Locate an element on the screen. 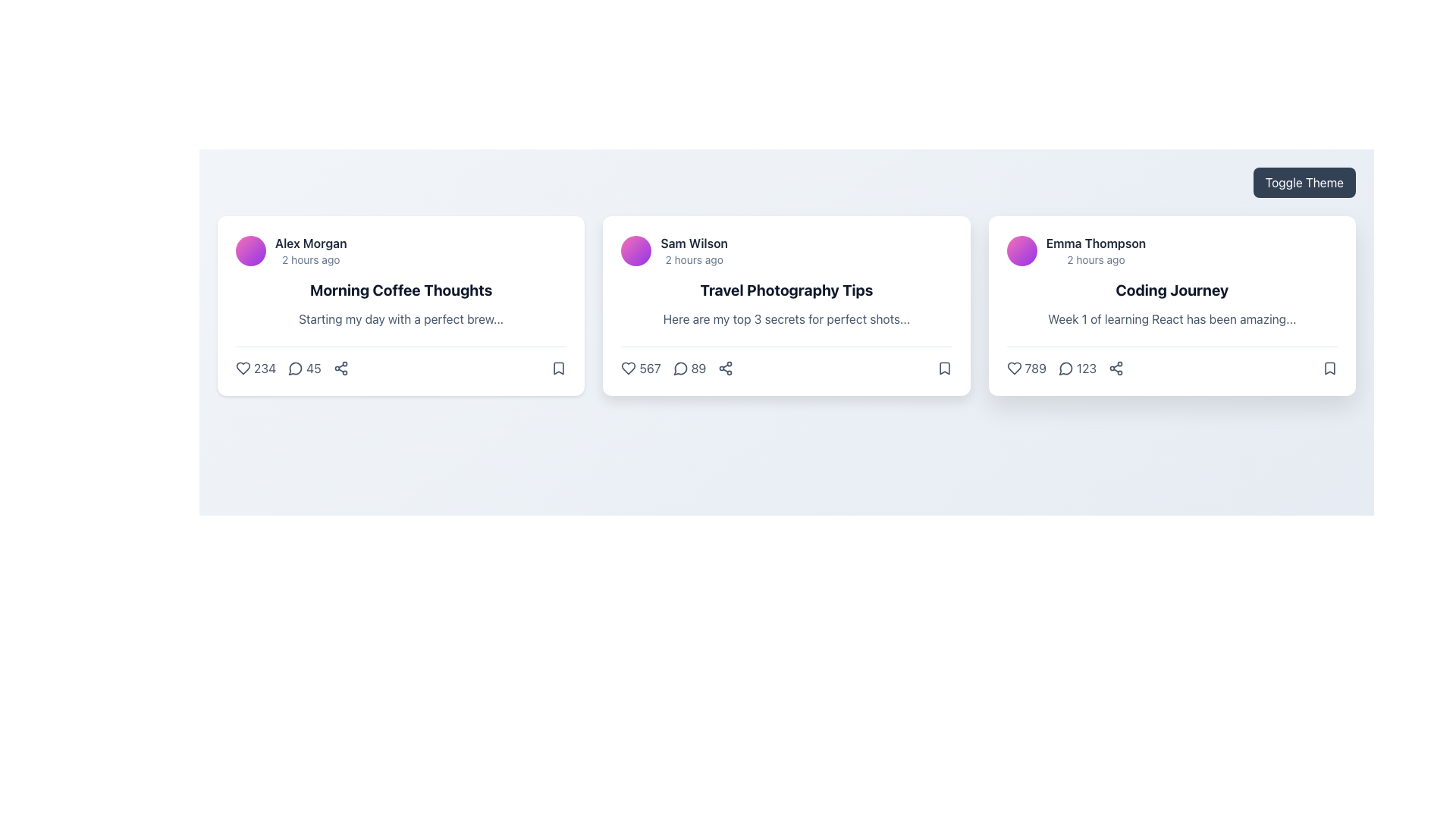  the text label displaying the number '89' which indicates the count of comments associated with the card titled 'Travel Photography Tips', located in the statistics row at the bottom of the card is located at coordinates (698, 369).